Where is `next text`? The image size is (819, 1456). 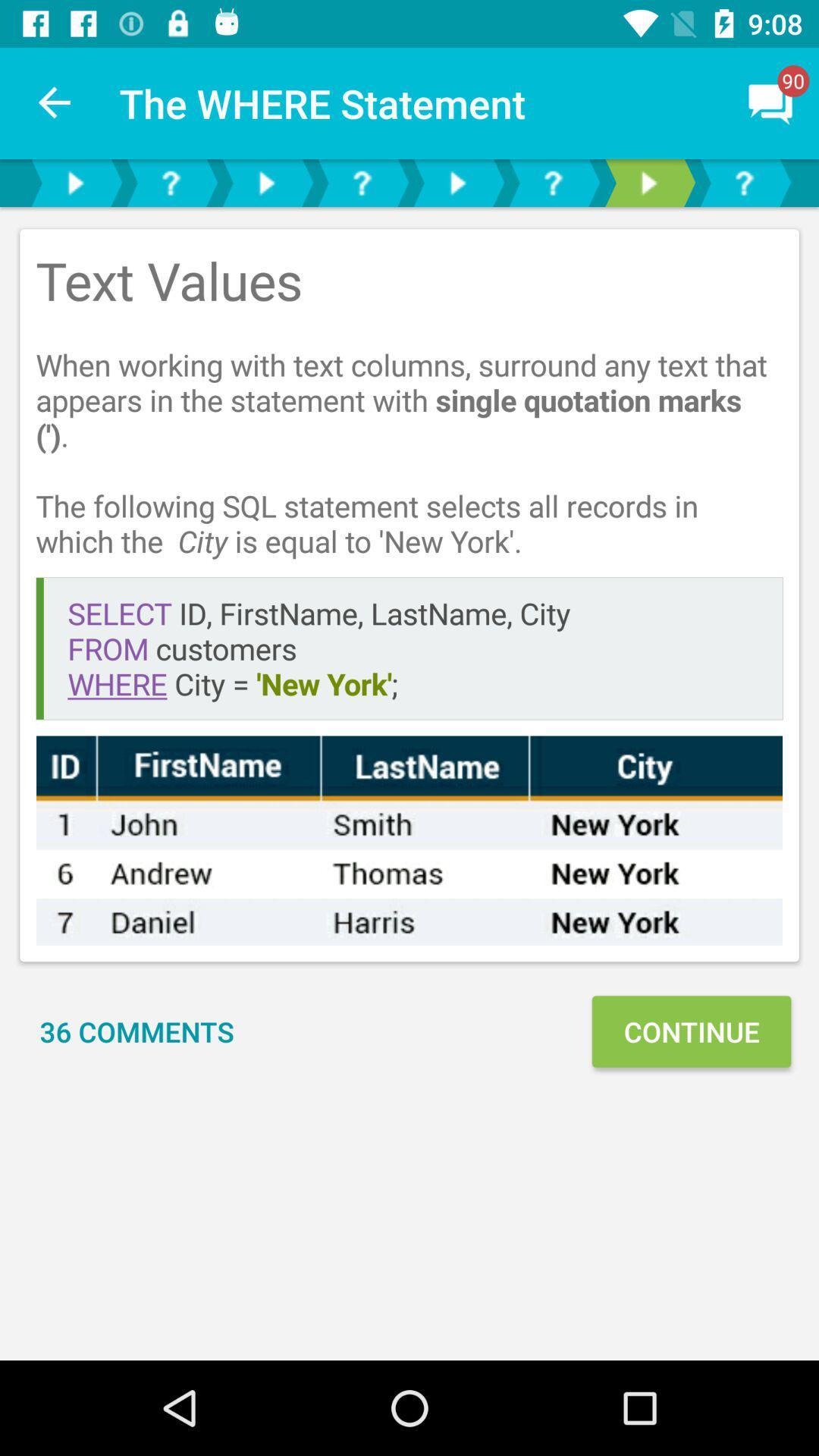 next text is located at coordinates (75, 182).